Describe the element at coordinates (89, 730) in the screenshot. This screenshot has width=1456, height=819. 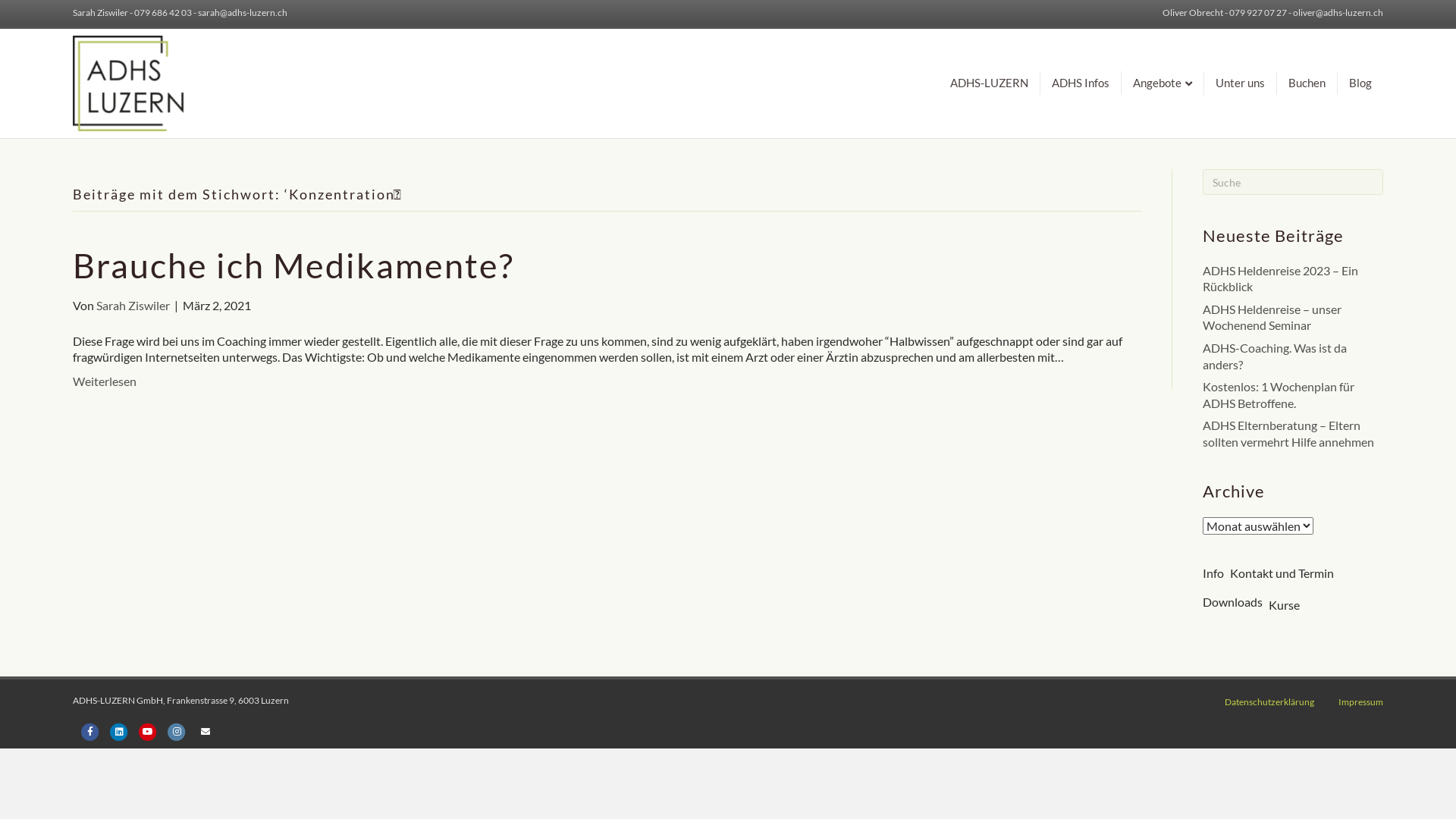
I see `'Facebook'` at that location.